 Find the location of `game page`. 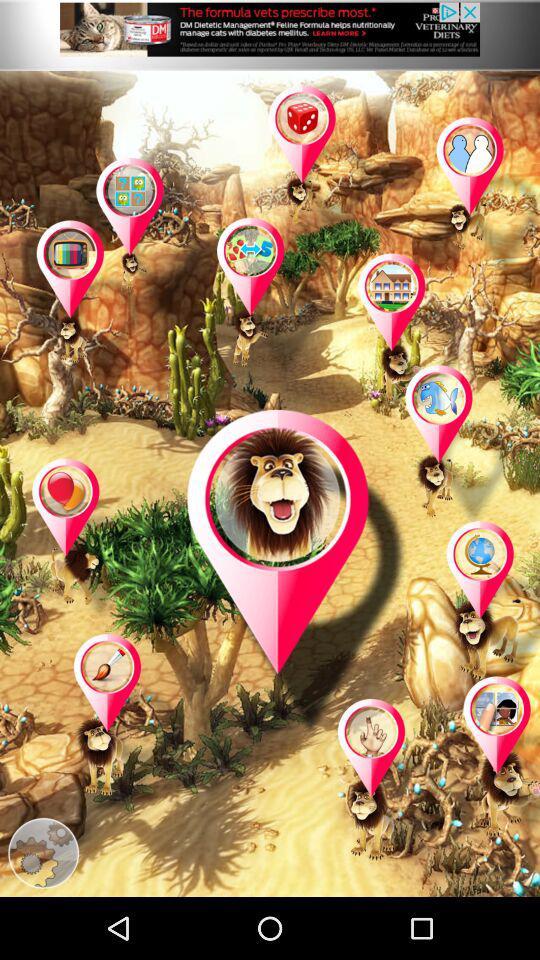

game page is located at coordinates (90, 302).